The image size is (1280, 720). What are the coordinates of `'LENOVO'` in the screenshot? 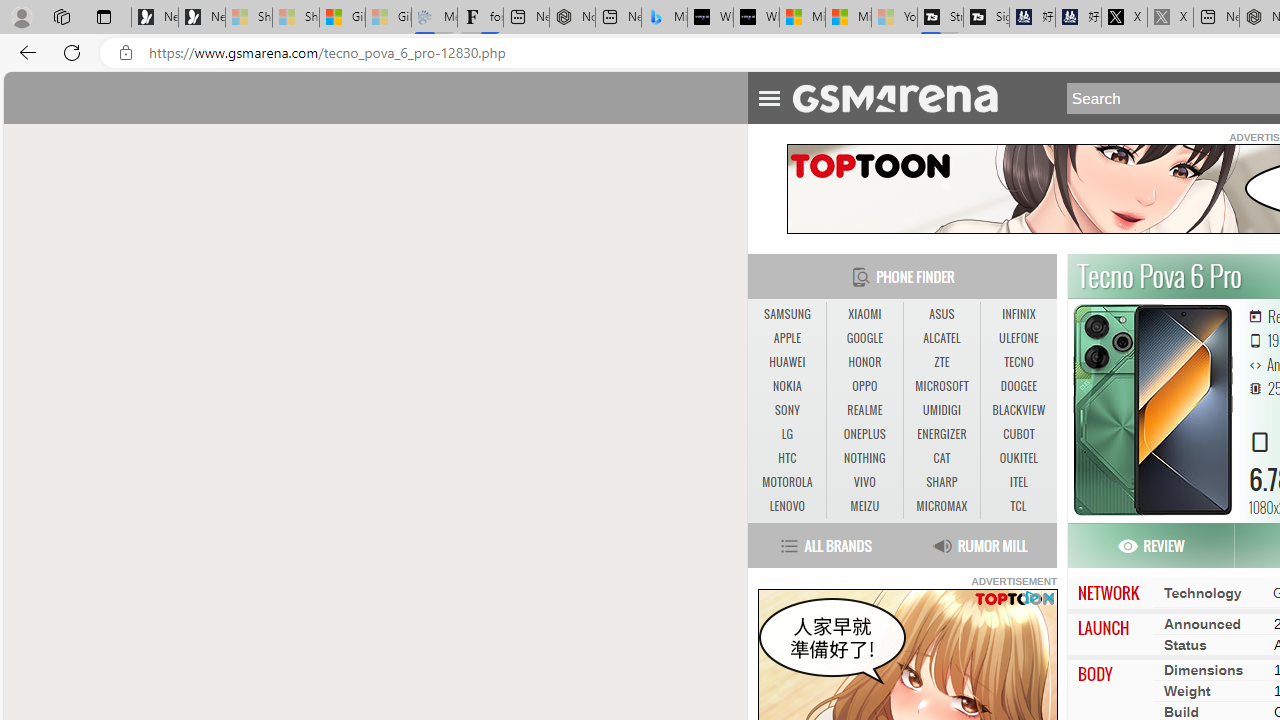 It's located at (786, 505).